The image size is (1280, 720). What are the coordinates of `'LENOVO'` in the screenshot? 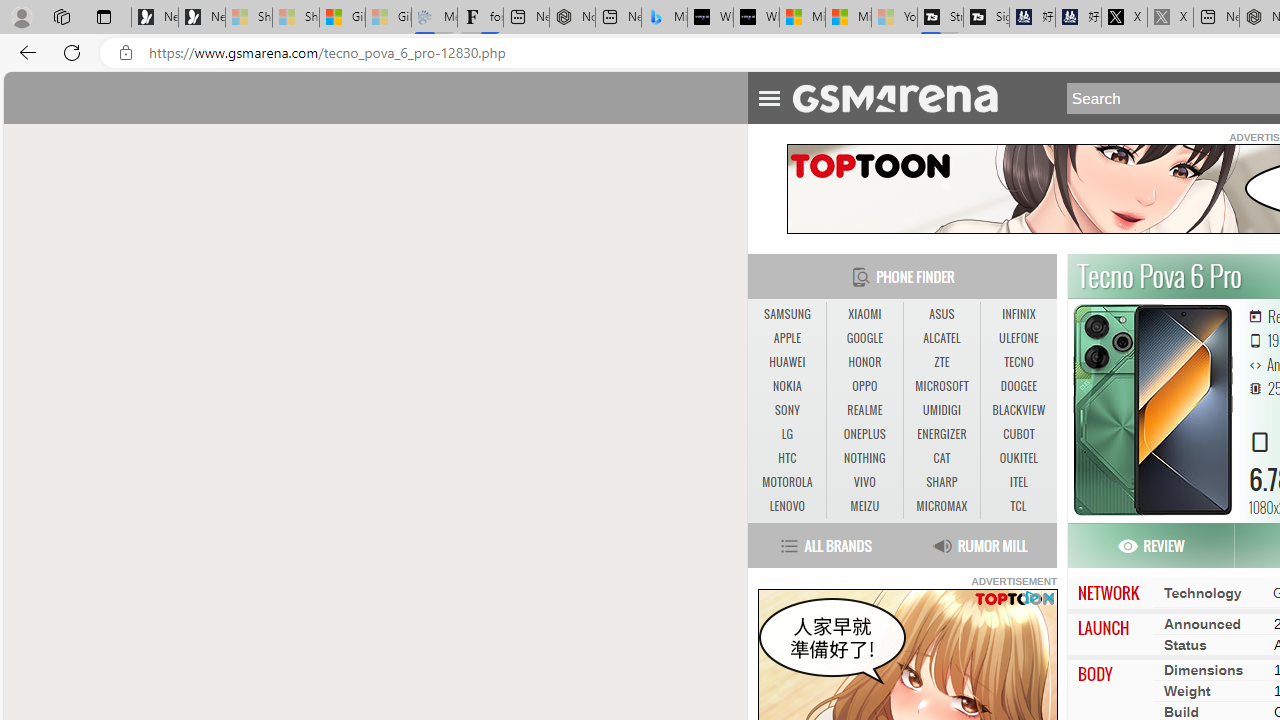 It's located at (786, 505).